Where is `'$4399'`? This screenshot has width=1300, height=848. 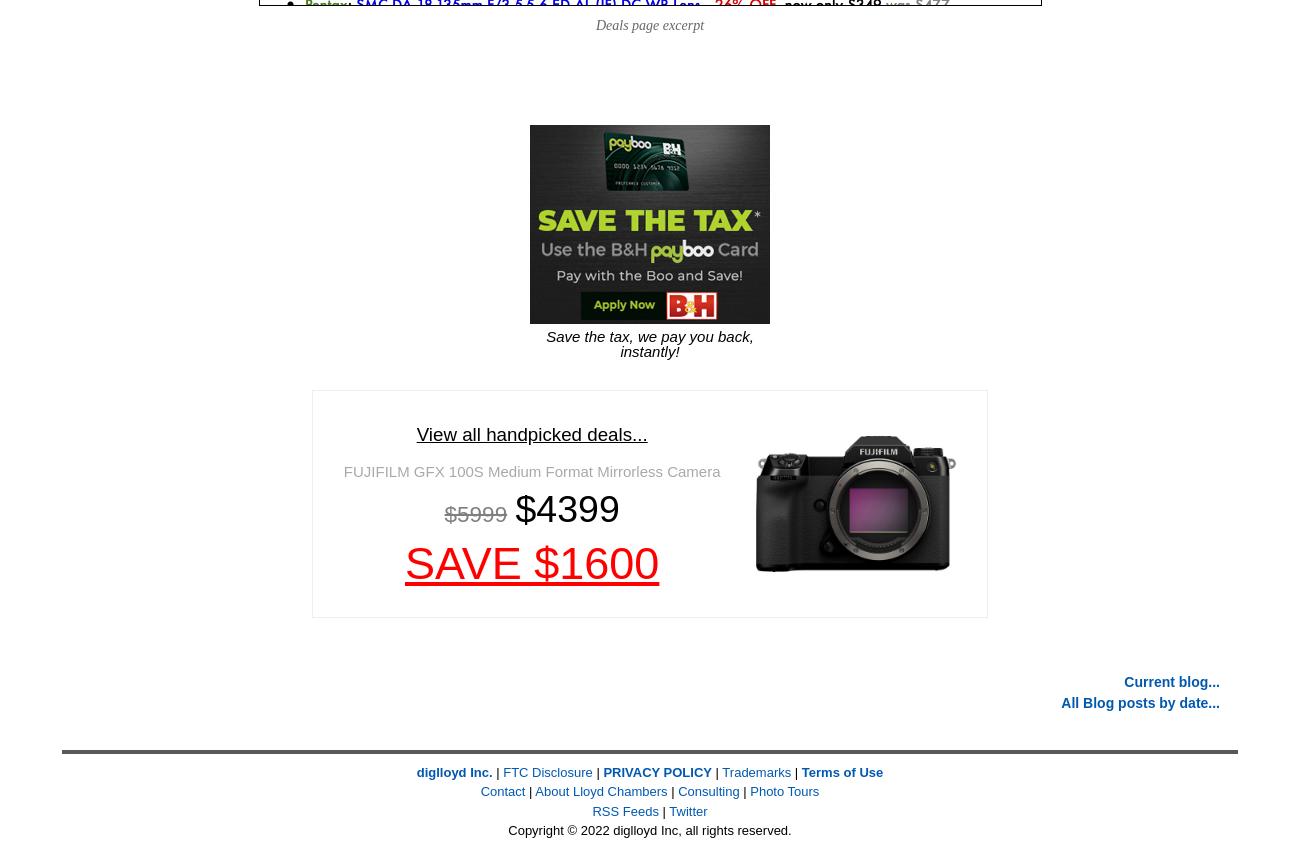
'$4399' is located at coordinates (515, 508).